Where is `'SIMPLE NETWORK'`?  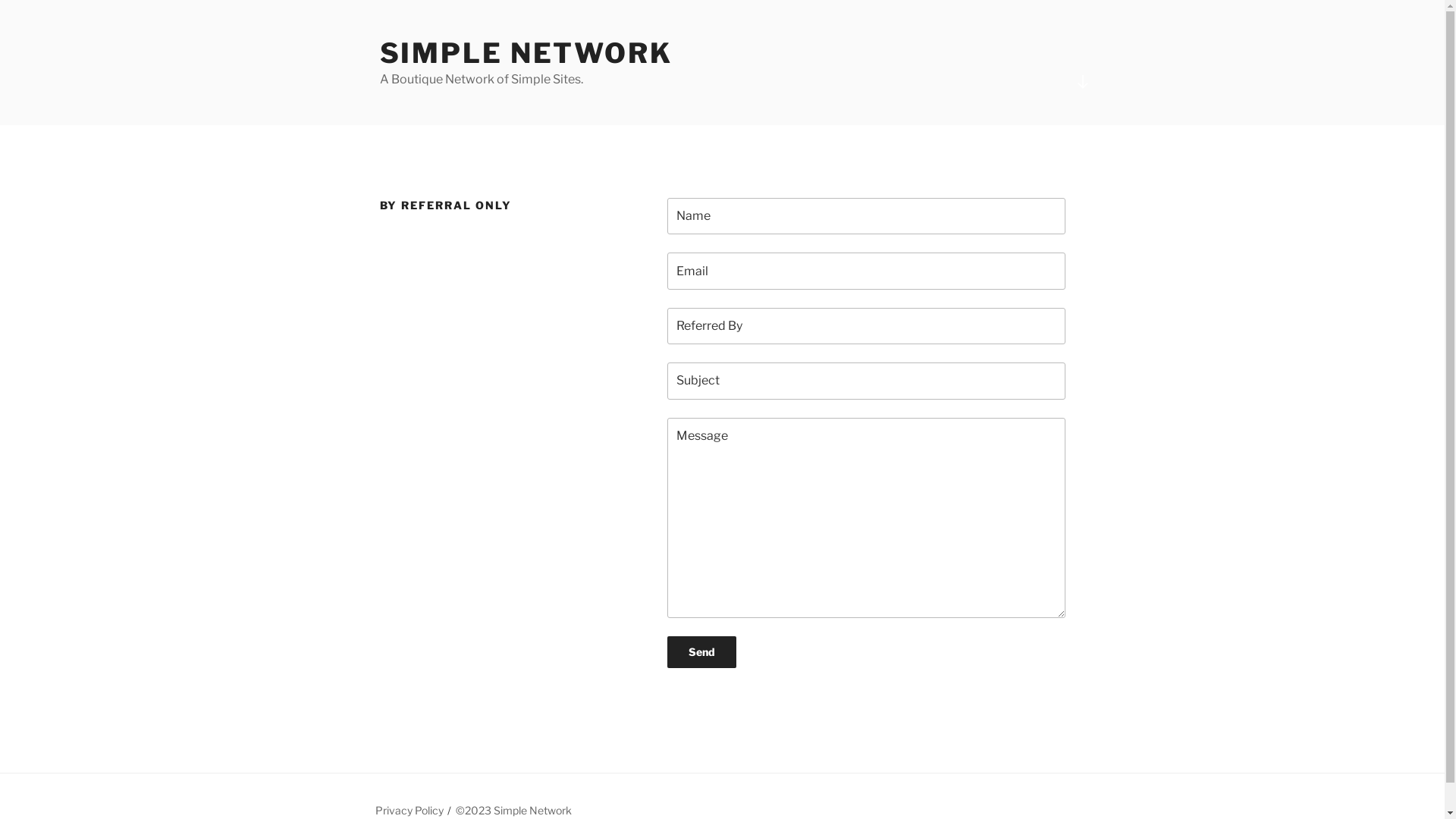
'SIMPLE NETWORK' is located at coordinates (525, 52).